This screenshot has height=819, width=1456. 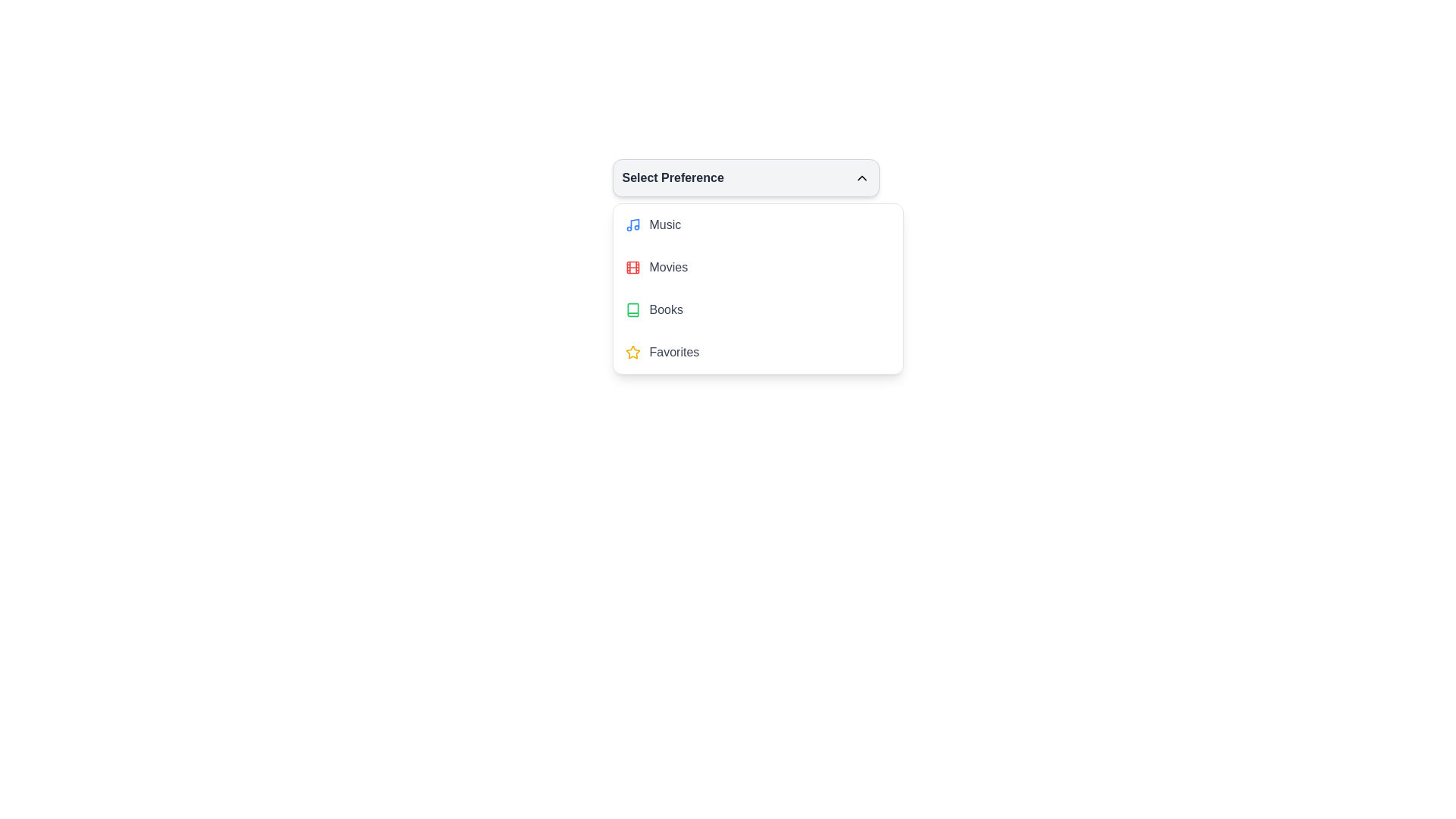 I want to click on the graphical element that is part of the movie reel icon, which is located to the left of the text label 'Movies' in the dropdown list, so click(x=632, y=267).